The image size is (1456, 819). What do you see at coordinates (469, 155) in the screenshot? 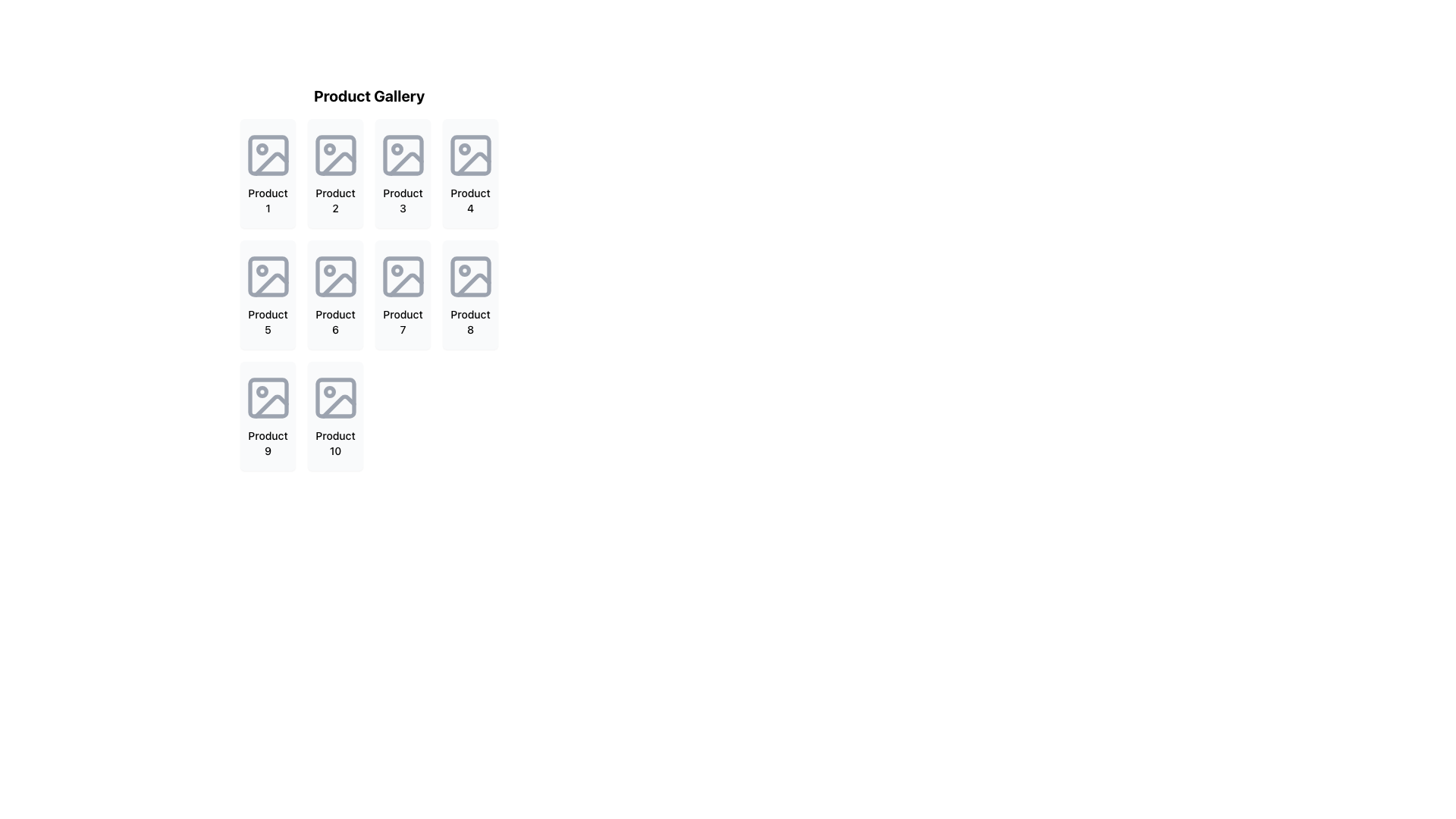
I see `the decorative SVG rectangle with rounded corners located within the 'Product 4' icon, which is positioned in the fourth slot of a 5x2 grid layout` at bounding box center [469, 155].